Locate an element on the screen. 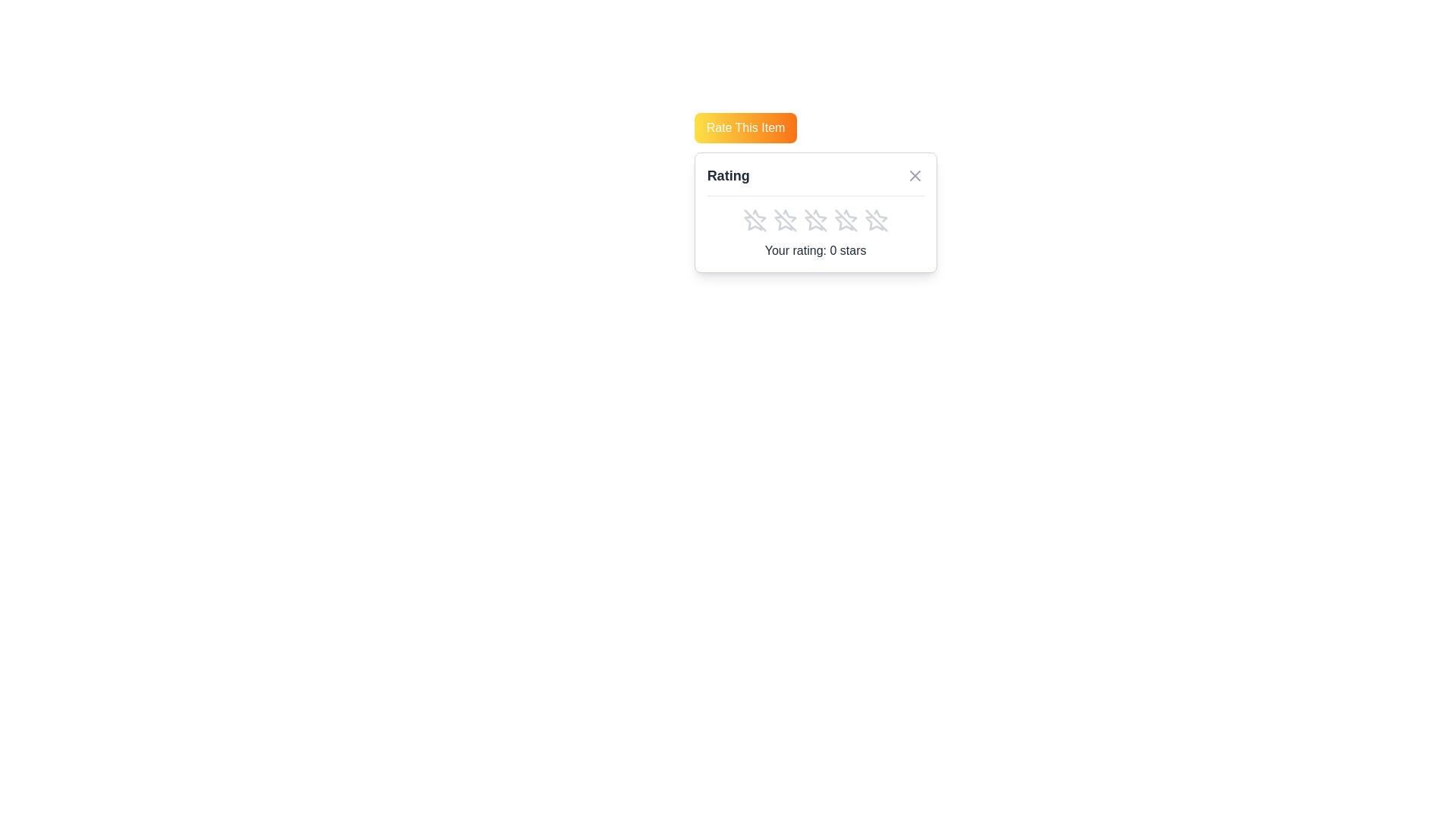  the fifth star in the rating system, which is represented as an outlined star with a diagonal line crossing it is located at coordinates (845, 220).